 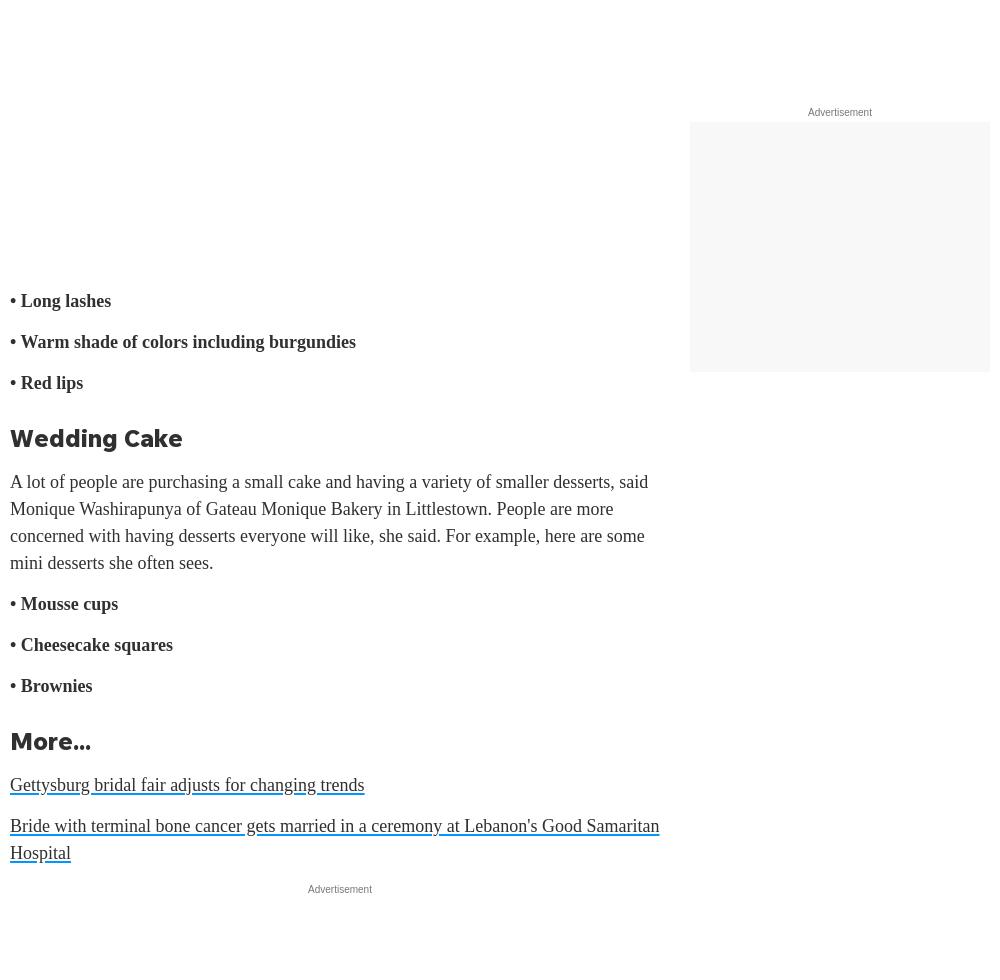 What do you see at coordinates (333, 839) in the screenshot?
I see `'Bride with terminal bone cancer gets married in a ceremony at Lebanon's Good Samaritan Hospital'` at bounding box center [333, 839].